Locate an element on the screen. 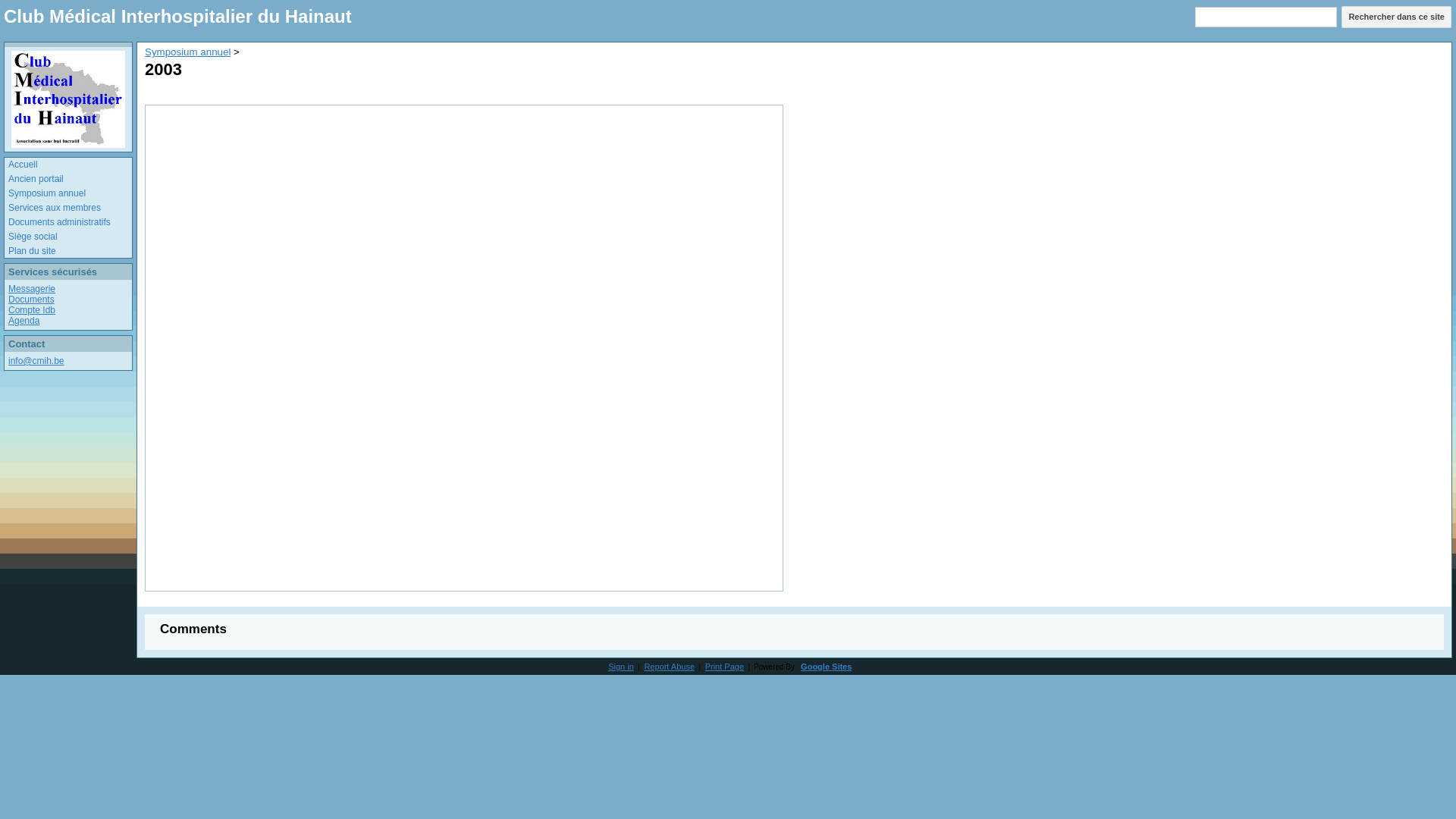 The width and height of the screenshot is (1456, 819). 'Google Sites' is located at coordinates (825, 666).